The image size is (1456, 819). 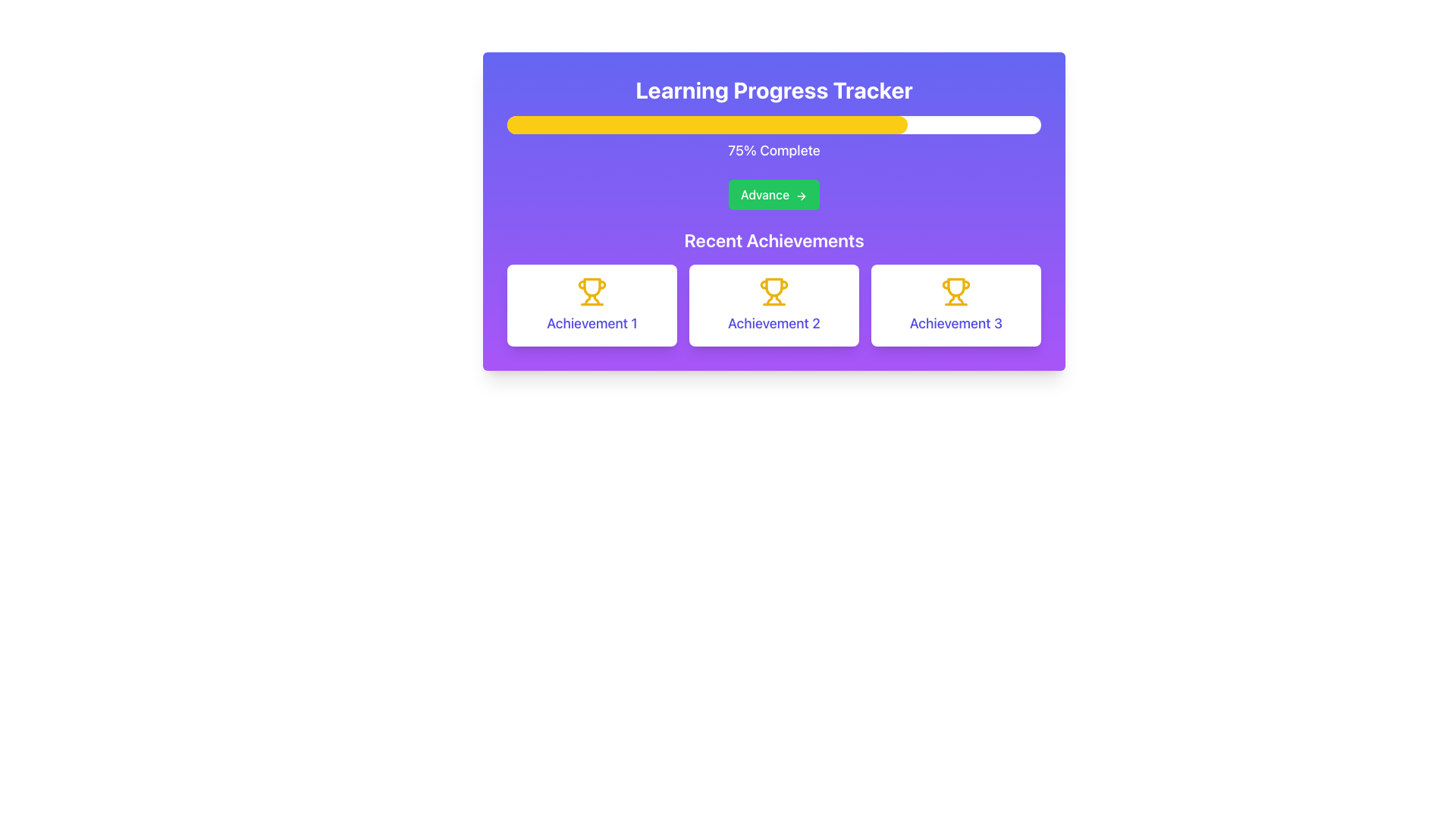 I want to click on title 'Achievement 3' and the gold trophy icon from the information card with a white background and rounded corners, located in the 'Recent Achievements' section, so click(x=955, y=305).